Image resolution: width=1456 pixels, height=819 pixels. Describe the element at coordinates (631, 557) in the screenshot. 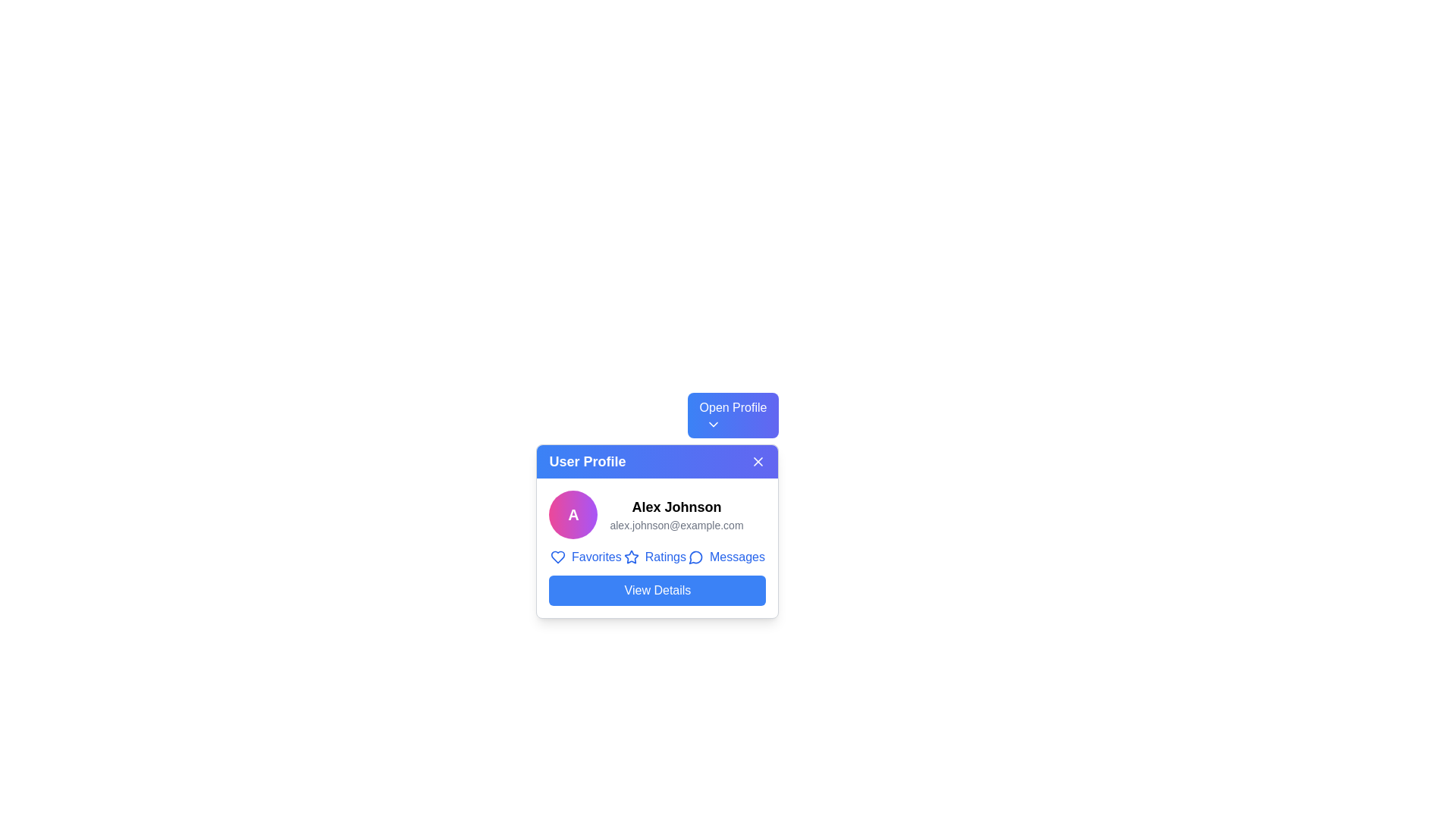

I see `the blue star-shaped icon located below the user's email address and to the right of the heart-shaped 'Favorites' icon` at that location.